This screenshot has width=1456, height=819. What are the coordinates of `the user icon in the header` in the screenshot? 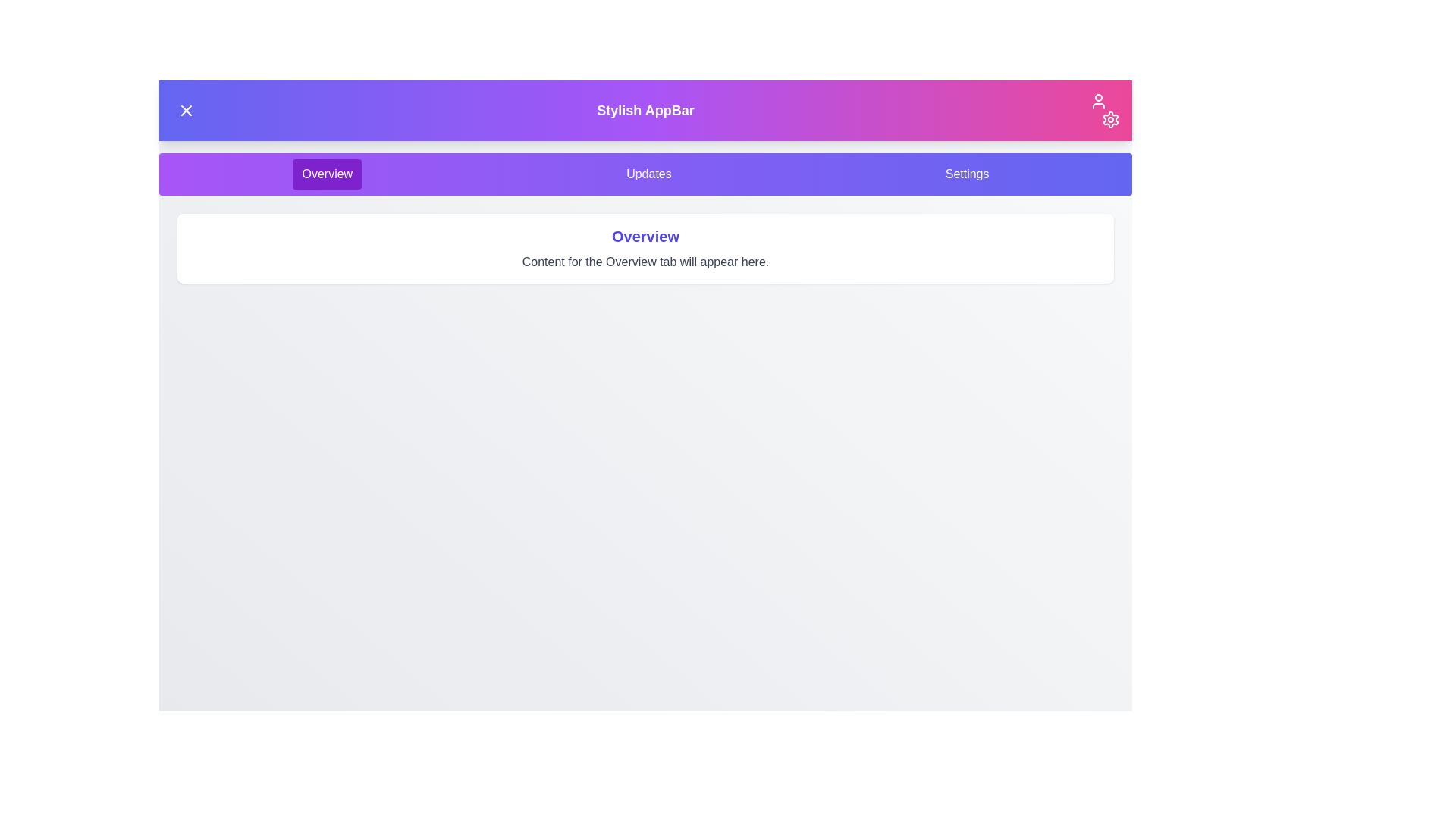 It's located at (1099, 102).